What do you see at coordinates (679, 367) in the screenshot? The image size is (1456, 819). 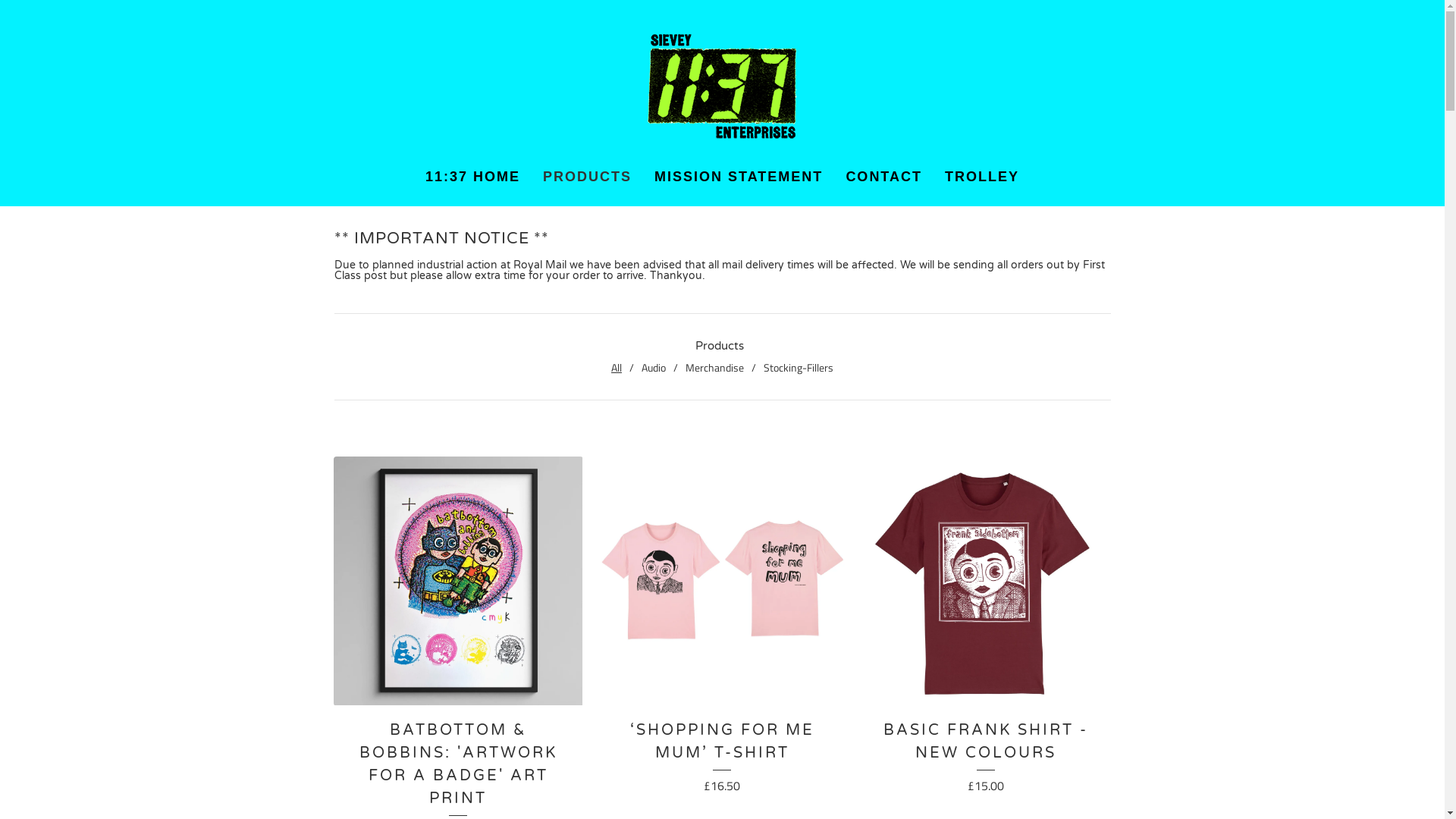 I see `'Merchandise'` at bounding box center [679, 367].